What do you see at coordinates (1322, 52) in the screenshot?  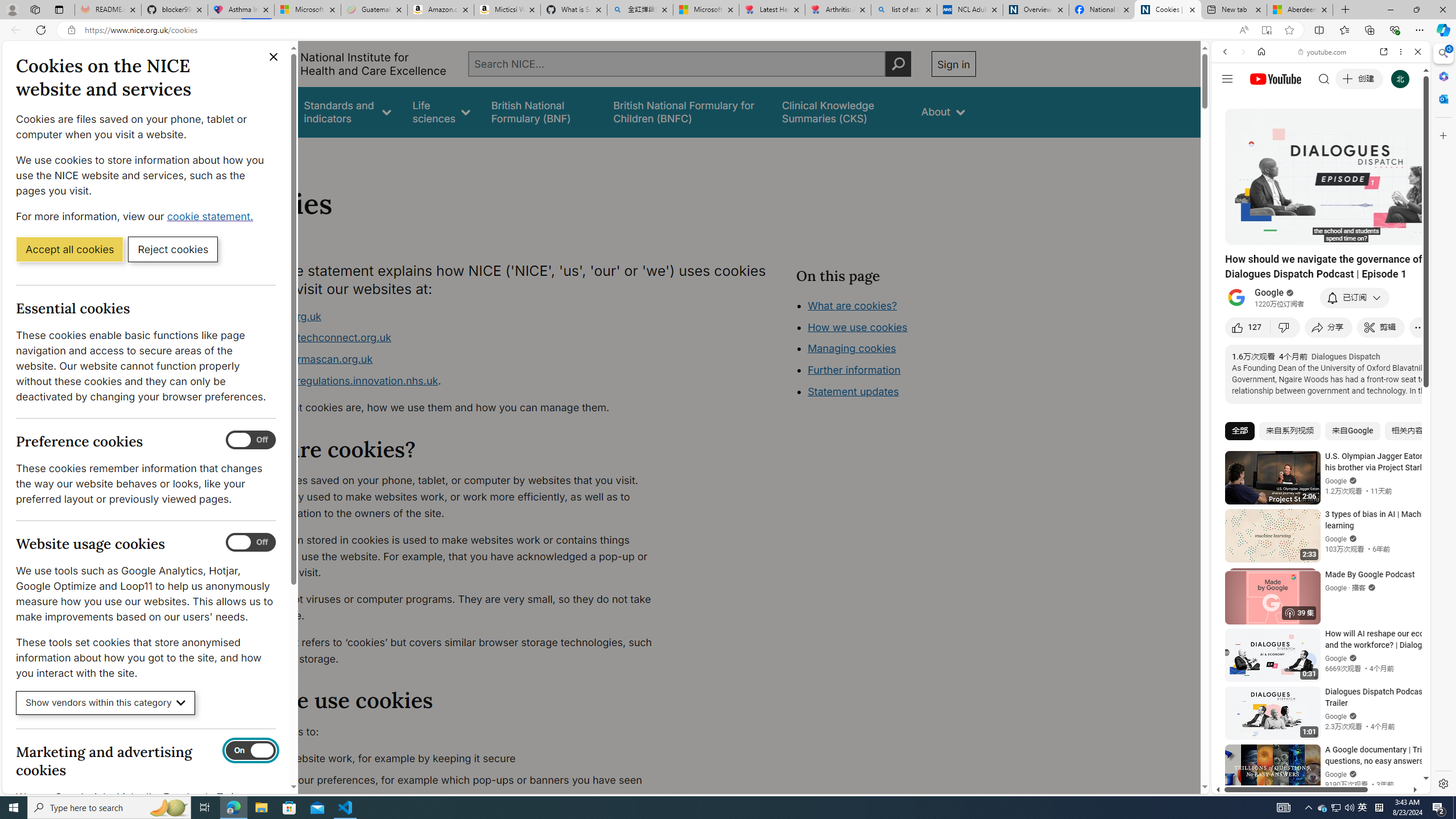 I see `'youtube.com'` at bounding box center [1322, 52].